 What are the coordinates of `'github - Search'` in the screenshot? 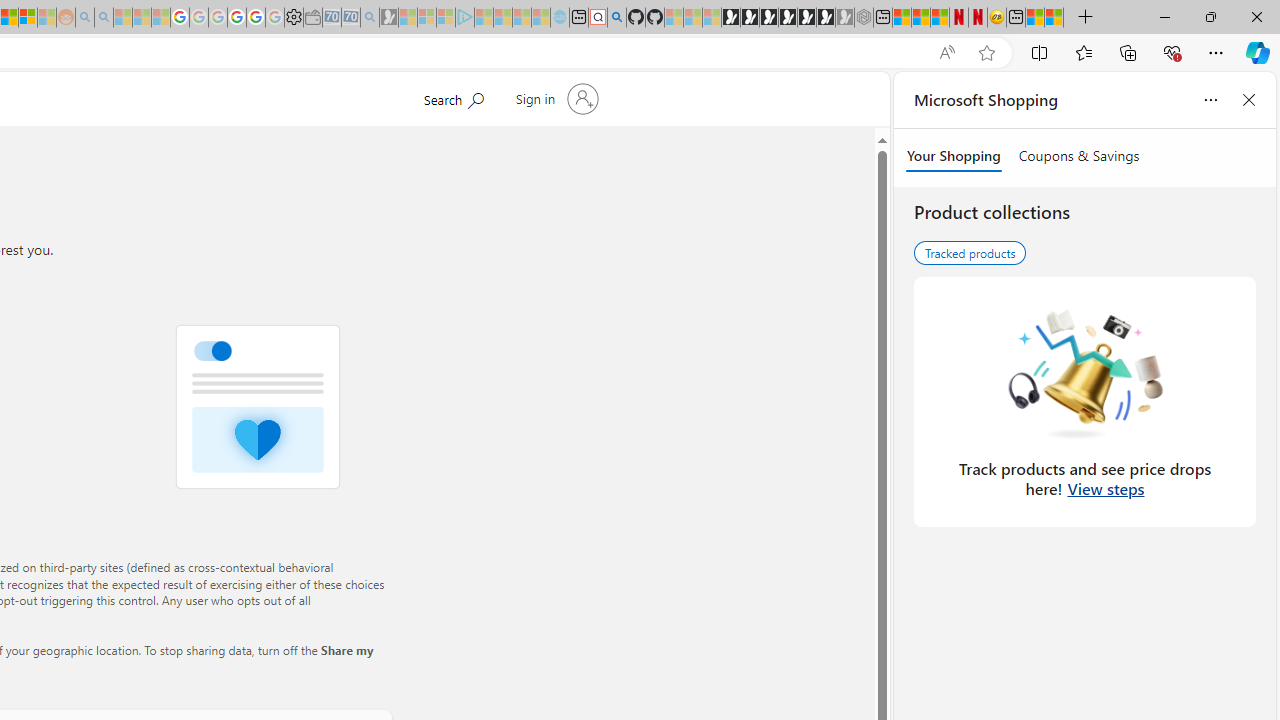 It's located at (615, 17).